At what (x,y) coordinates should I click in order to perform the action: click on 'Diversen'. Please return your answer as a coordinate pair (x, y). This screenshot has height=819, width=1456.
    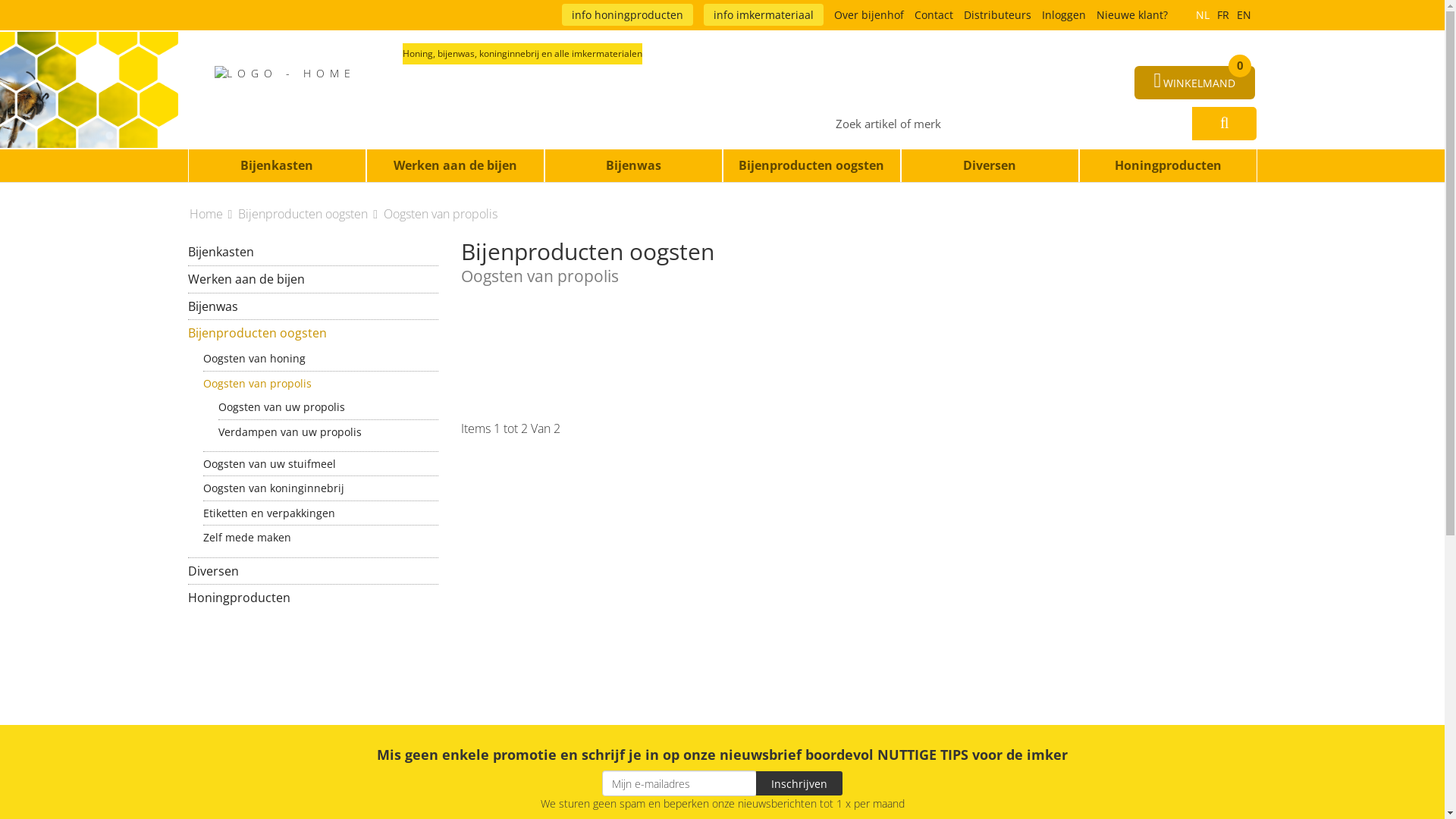
    Looking at the image, I should click on (312, 571).